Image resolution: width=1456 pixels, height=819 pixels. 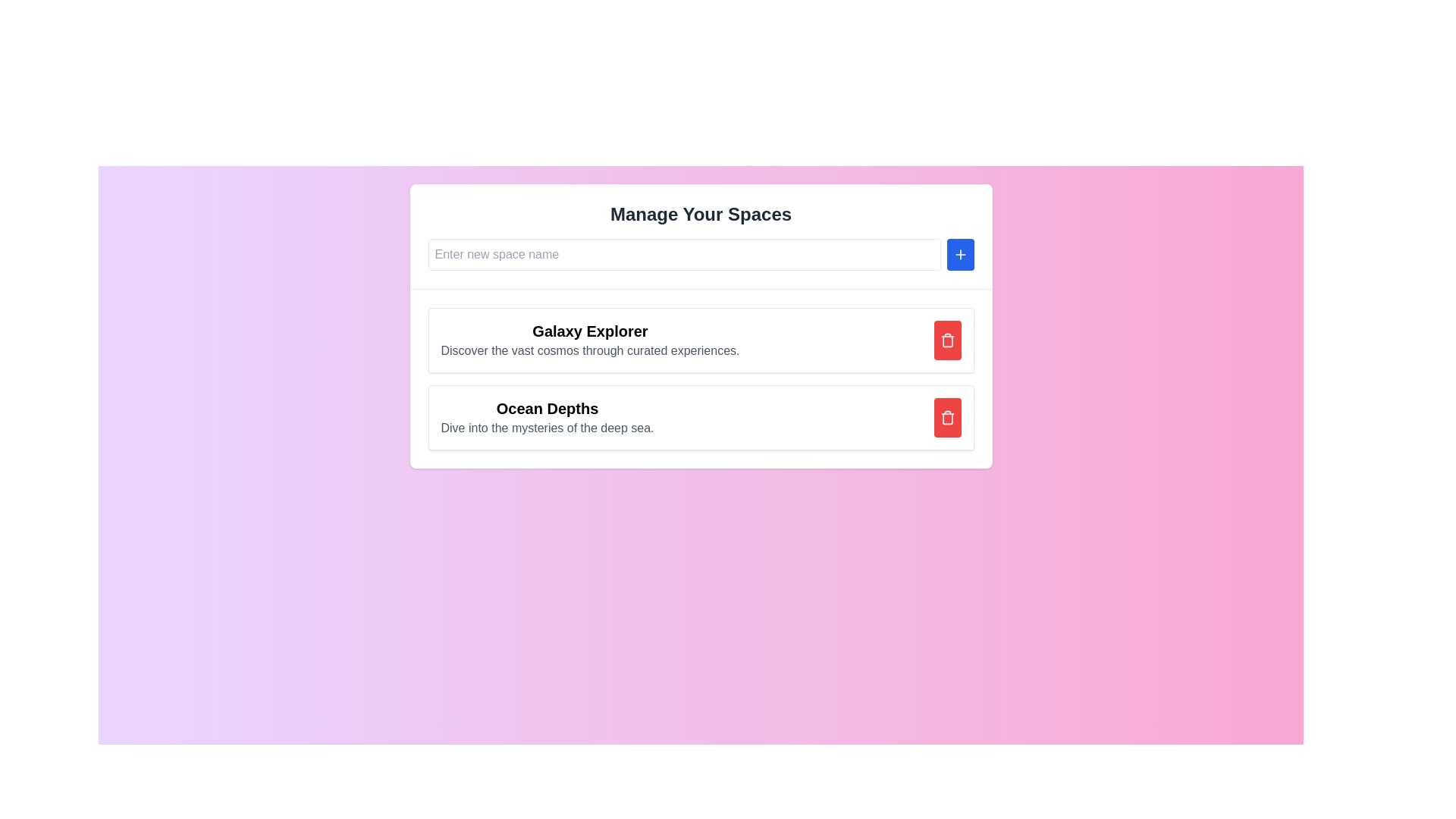 What do you see at coordinates (547, 418) in the screenshot?
I see `text block titled 'Ocean Depths' which provides a description of its category or section, located in the second card under 'Manage Your Spaces.'` at bounding box center [547, 418].